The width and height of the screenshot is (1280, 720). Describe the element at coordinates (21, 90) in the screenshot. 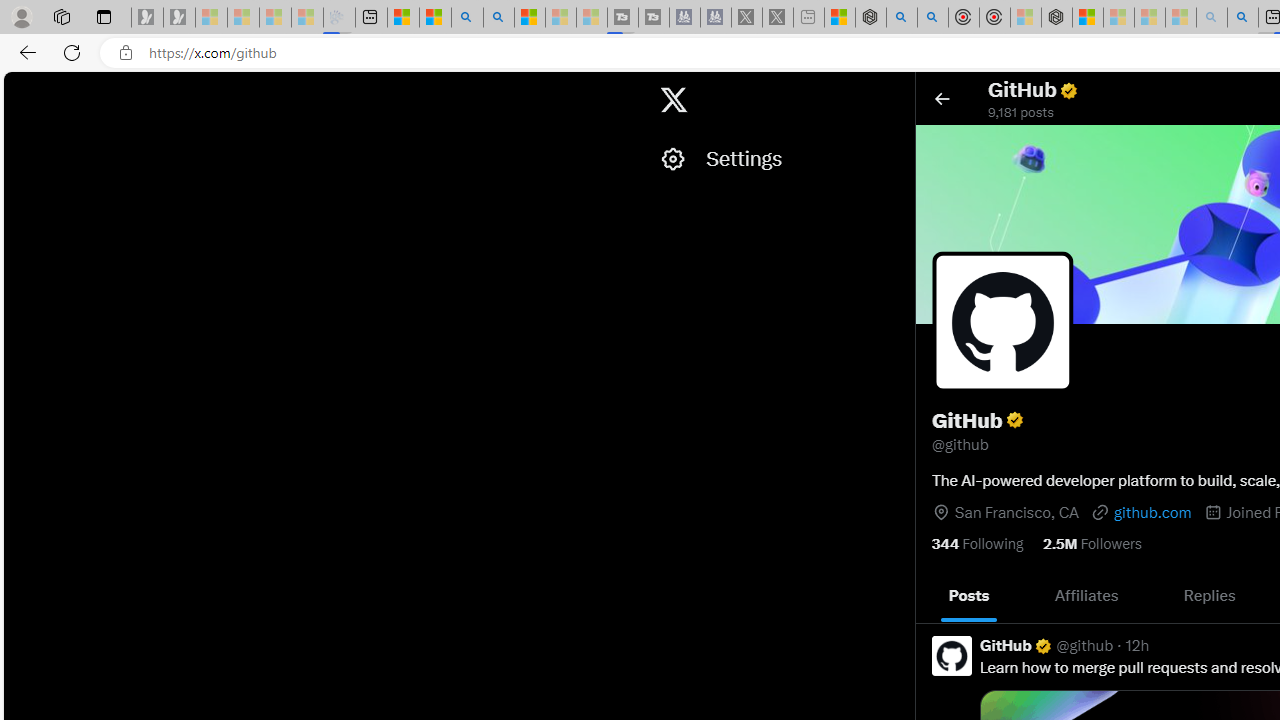

I see `'Skip to home timeline'` at that location.